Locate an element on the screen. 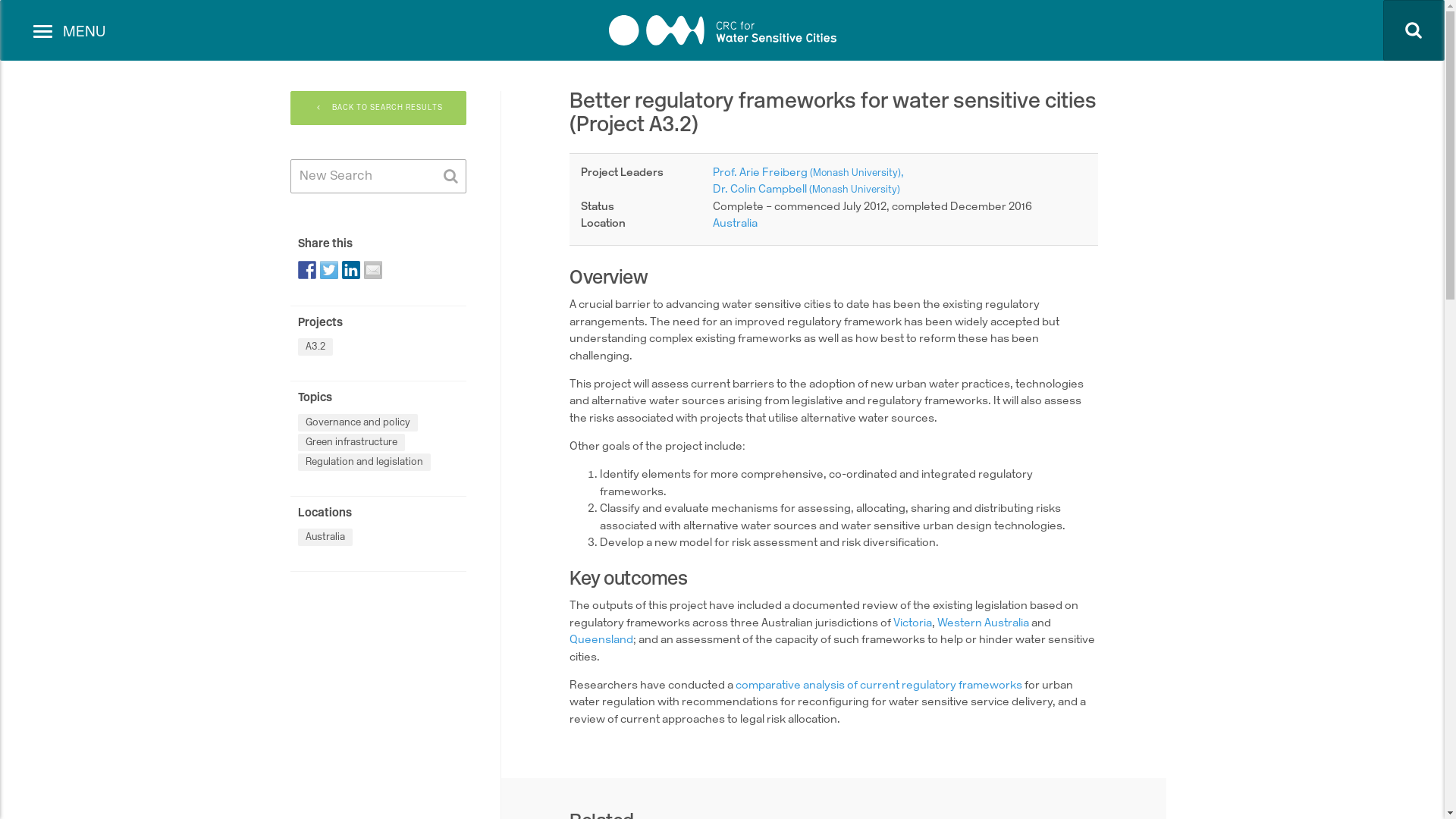 Image resolution: width=1456 pixels, height=819 pixels. 'Share by email' is located at coordinates (372, 268).